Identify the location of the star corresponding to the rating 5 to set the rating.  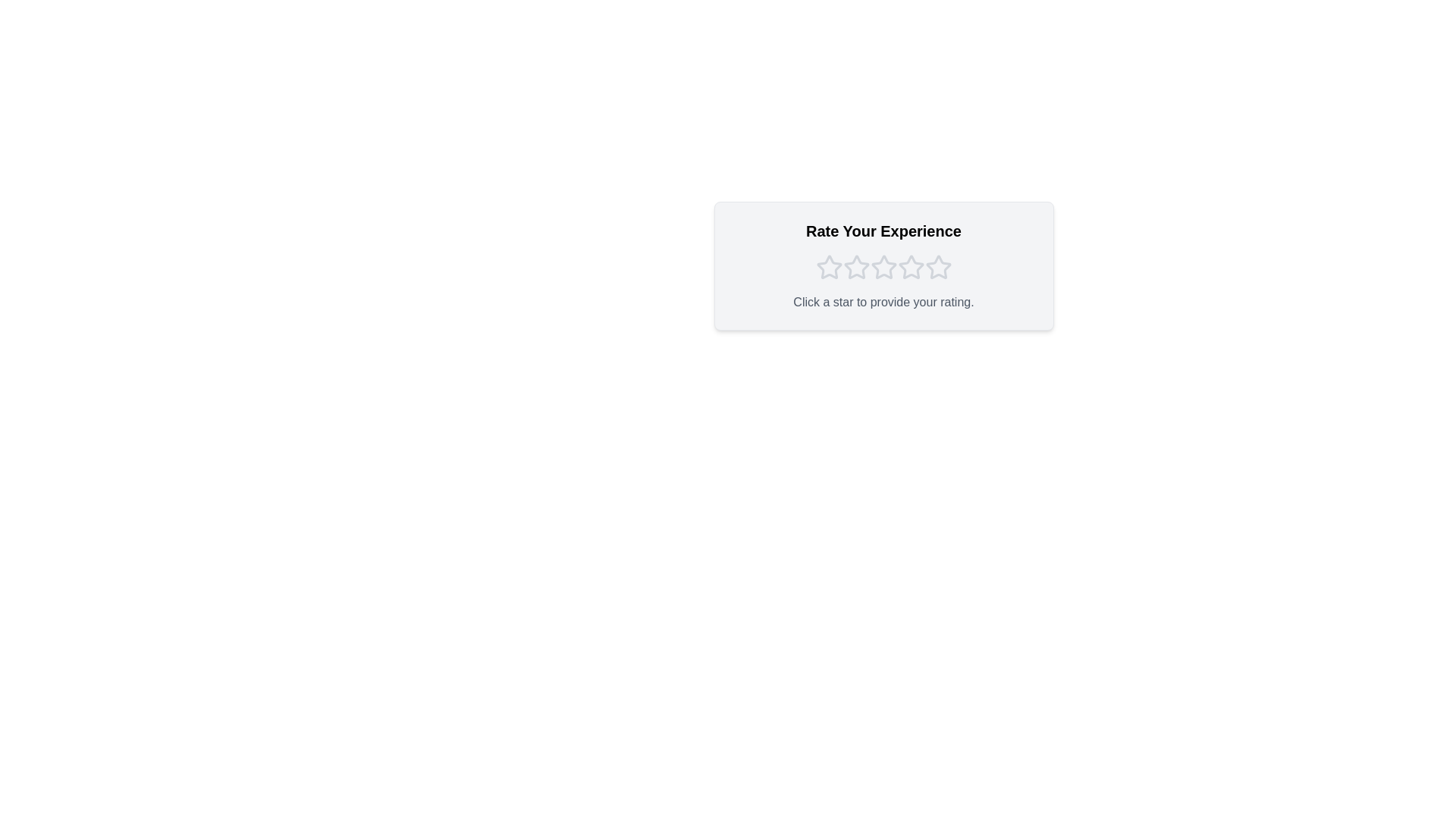
(937, 267).